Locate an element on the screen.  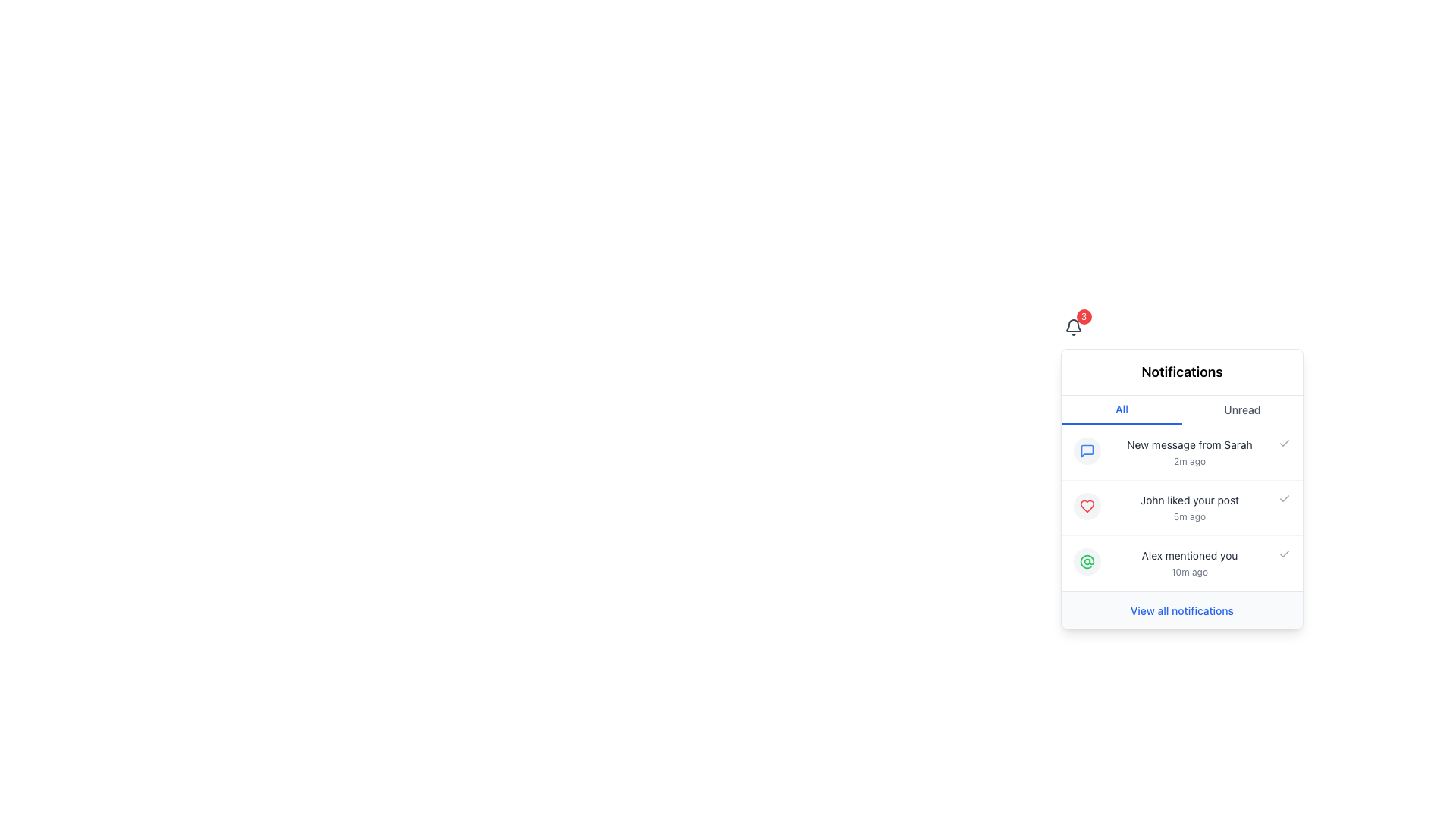
the heart-shaped icon within the circular button is located at coordinates (1087, 506).